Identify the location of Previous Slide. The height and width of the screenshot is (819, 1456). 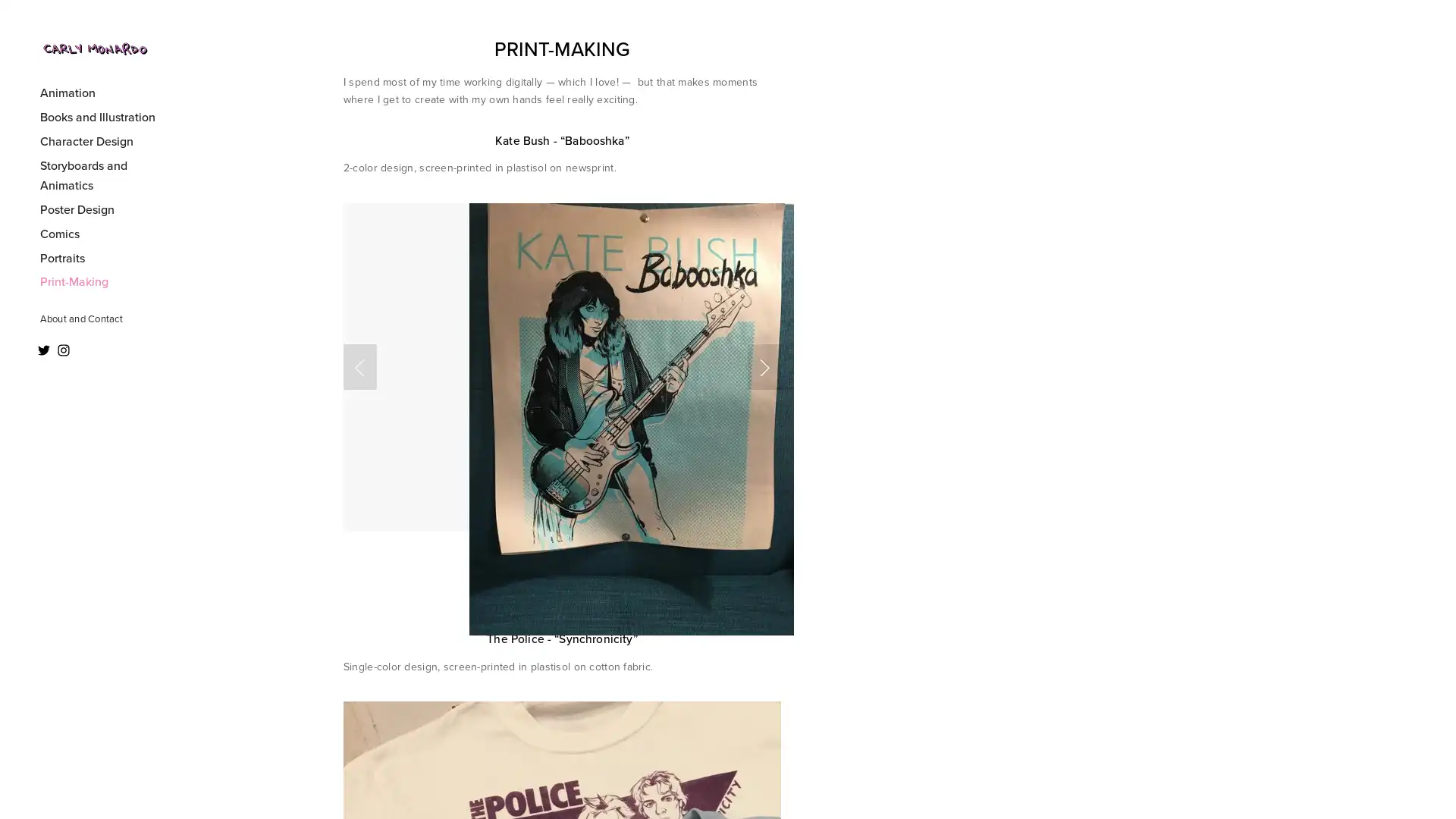
(359, 366).